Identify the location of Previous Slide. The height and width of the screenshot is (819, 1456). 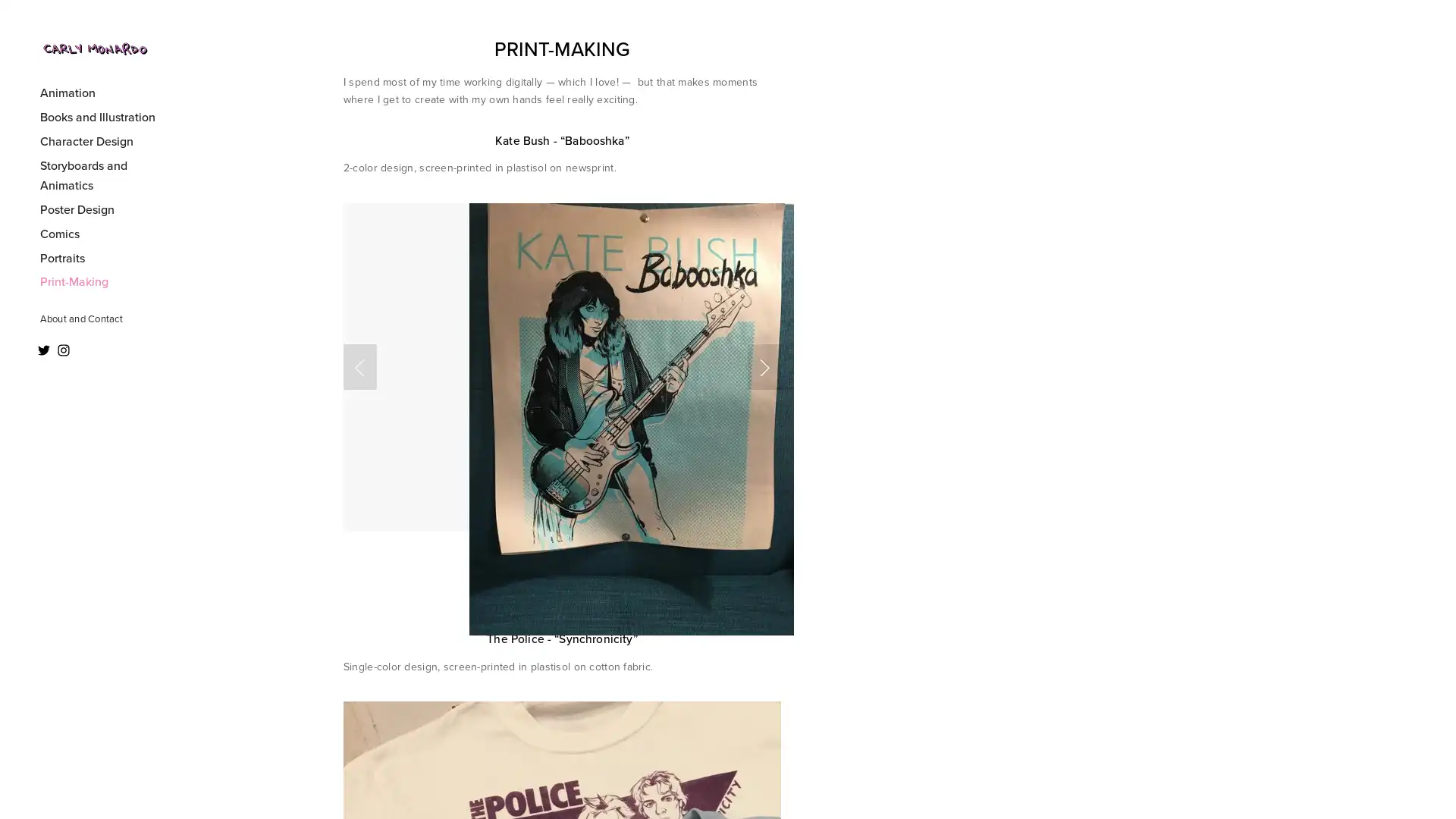
(359, 366).